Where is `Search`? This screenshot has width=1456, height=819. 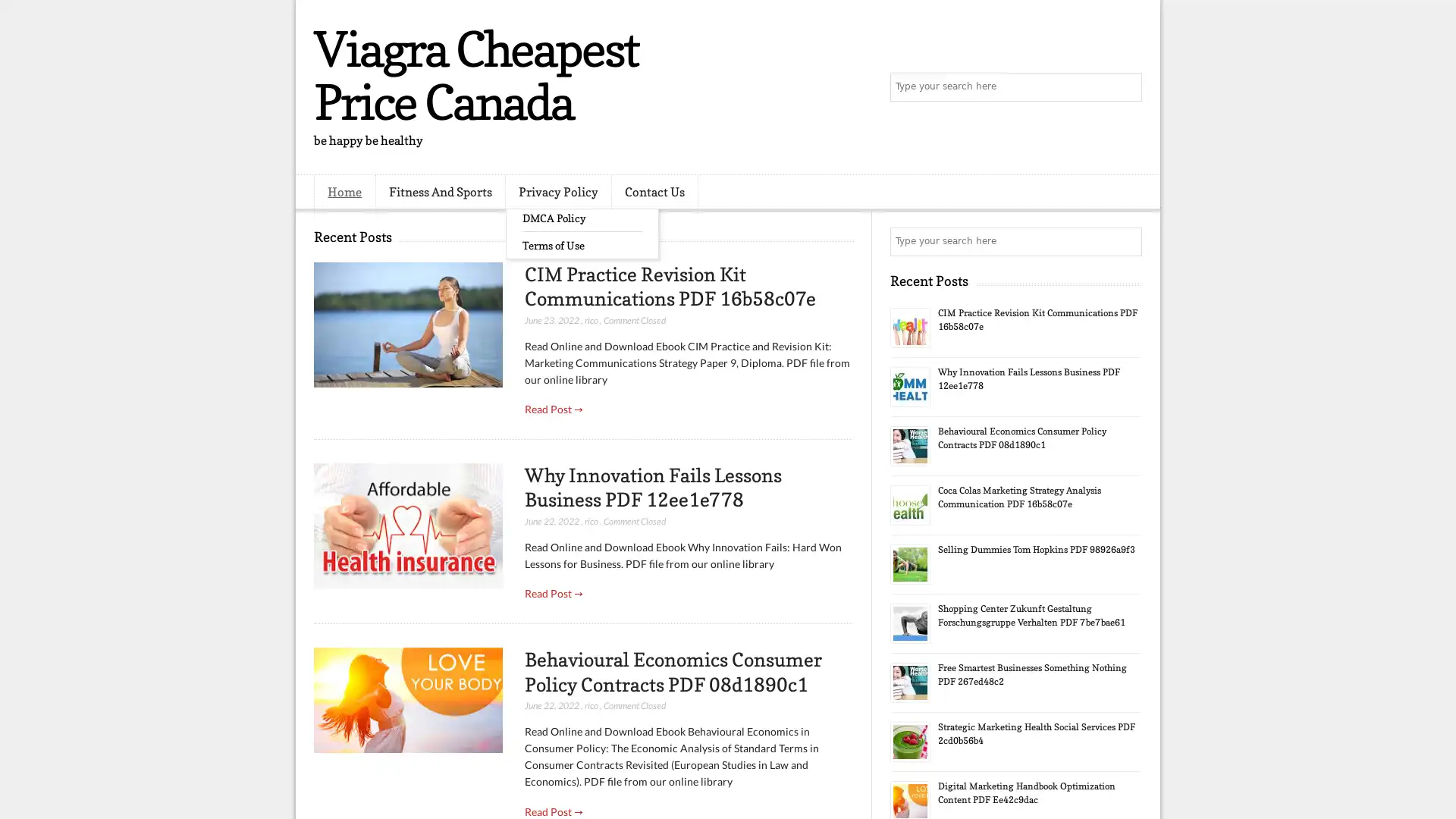
Search is located at coordinates (1126, 87).